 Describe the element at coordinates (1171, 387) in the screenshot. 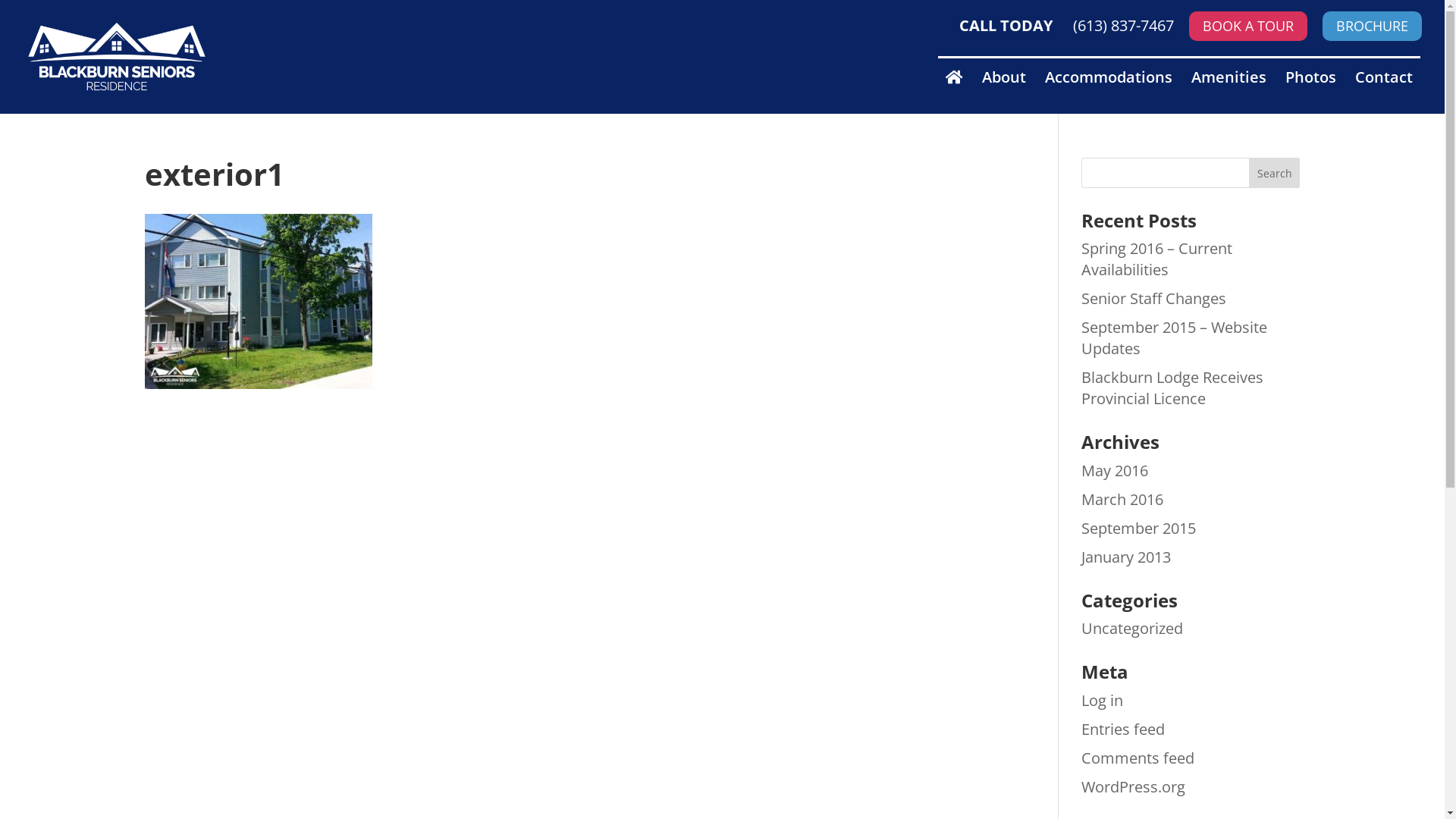

I see `'Blackburn Lodge Receives Provincial Licence'` at that location.